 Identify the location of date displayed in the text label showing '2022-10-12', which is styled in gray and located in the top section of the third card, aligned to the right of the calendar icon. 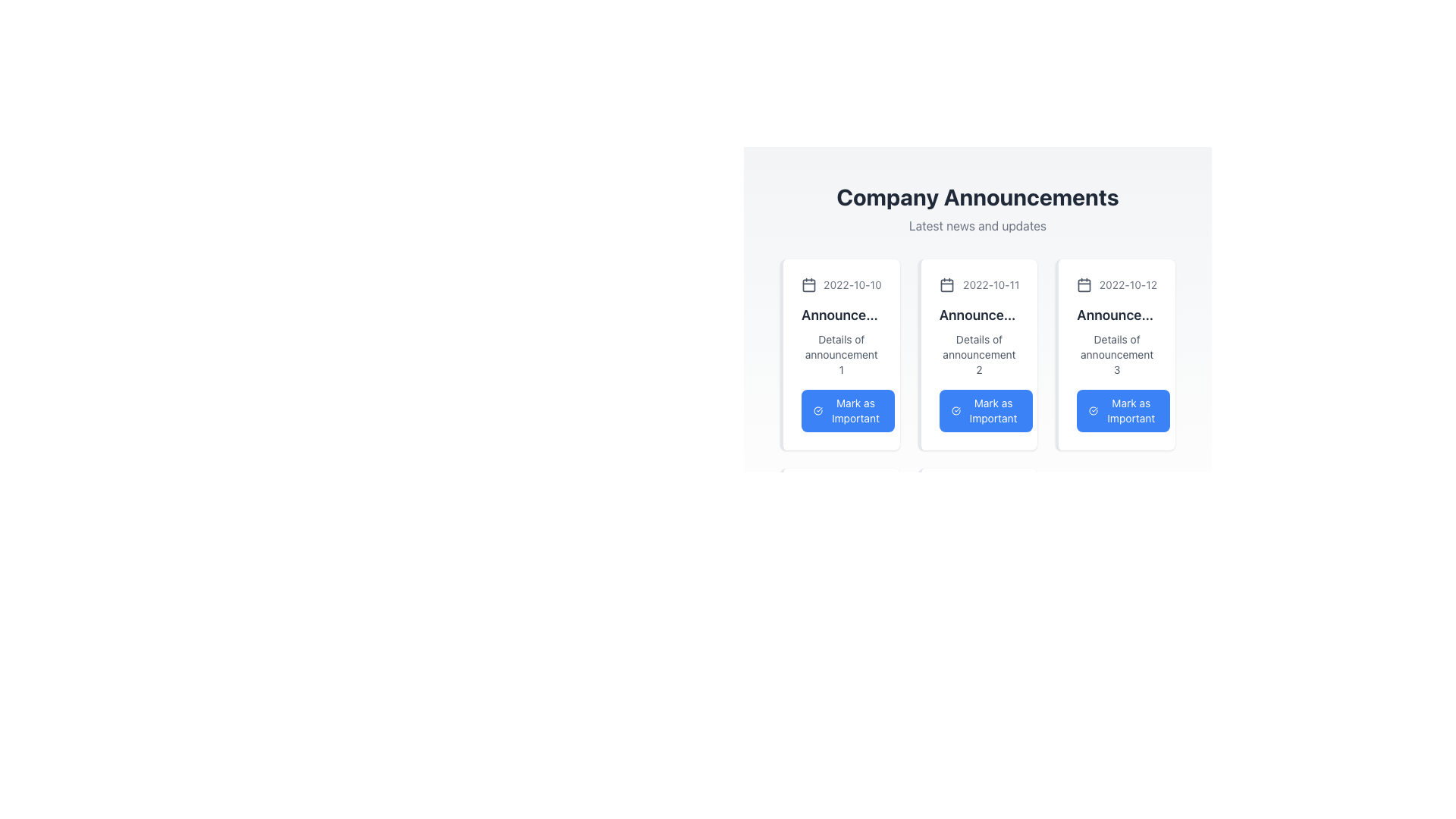
(1128, 284).